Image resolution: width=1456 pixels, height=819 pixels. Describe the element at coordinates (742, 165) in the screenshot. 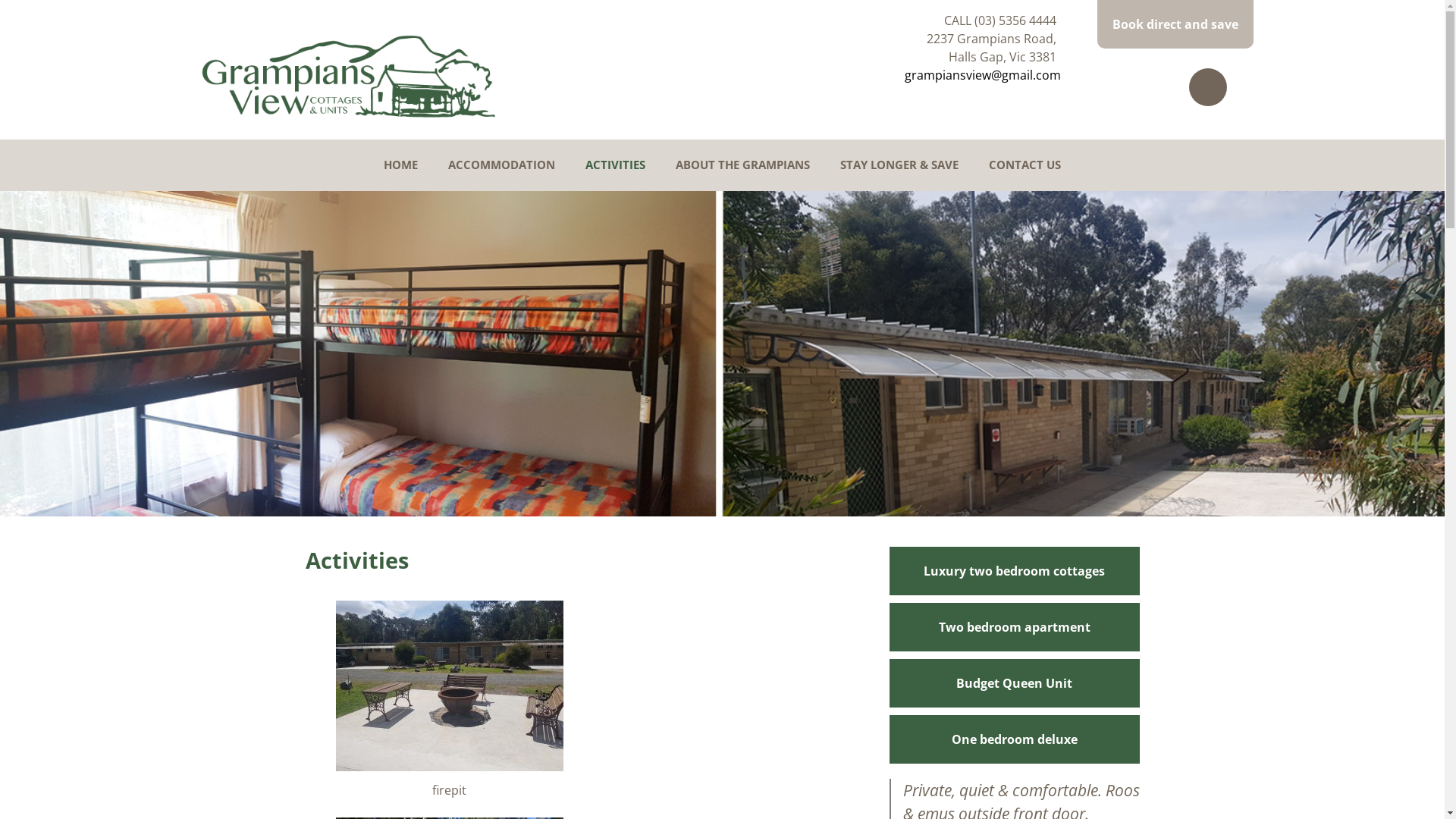

I see `'ABOUT THE GRAMPIANS'` at that location.